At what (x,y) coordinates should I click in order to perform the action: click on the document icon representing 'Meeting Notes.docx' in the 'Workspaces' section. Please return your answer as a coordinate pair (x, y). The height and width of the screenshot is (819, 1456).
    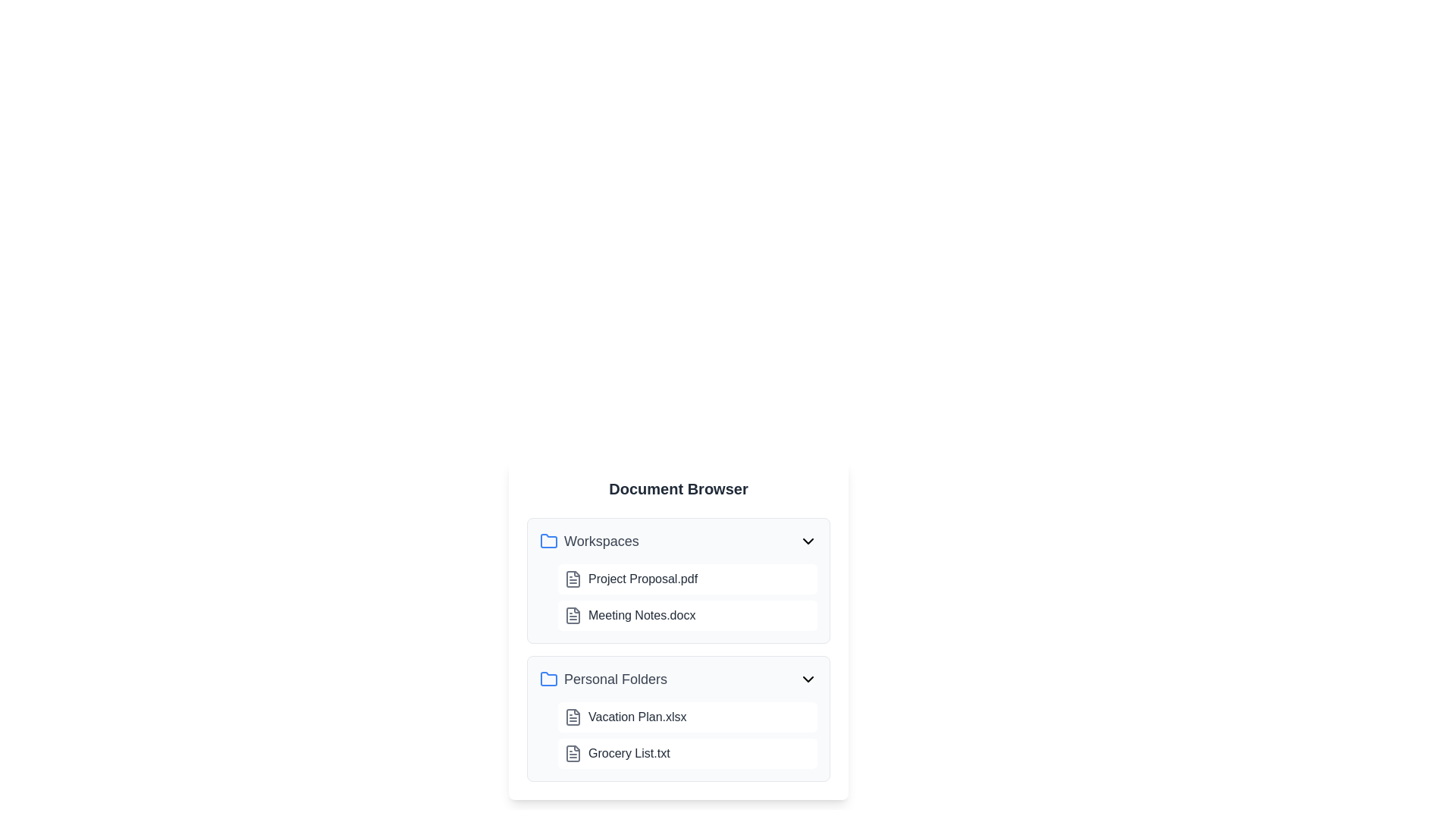
    Looking at the image, I should click on (572, 616).